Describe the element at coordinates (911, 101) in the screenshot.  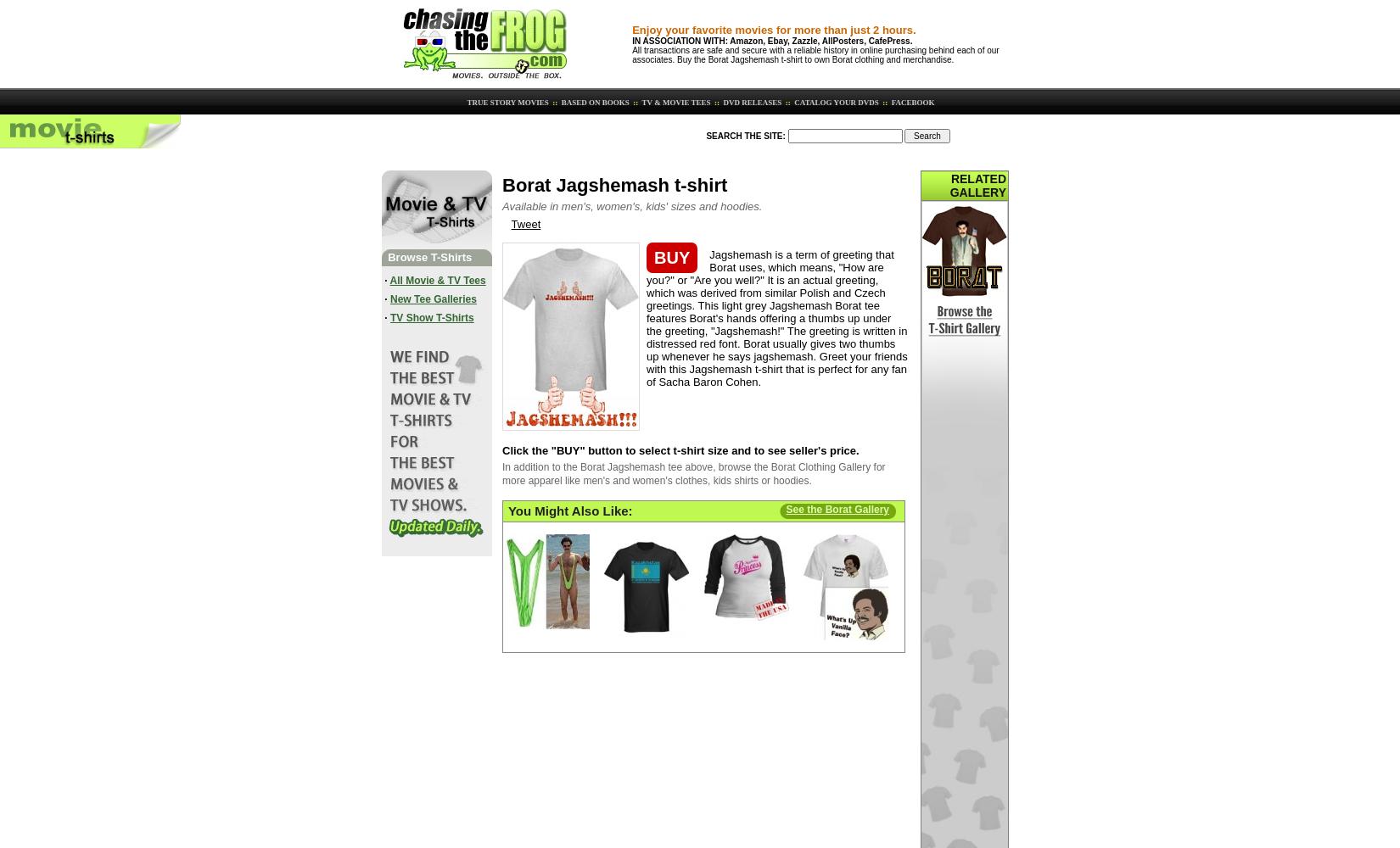
I see `'FACEBOOK'` at that location.